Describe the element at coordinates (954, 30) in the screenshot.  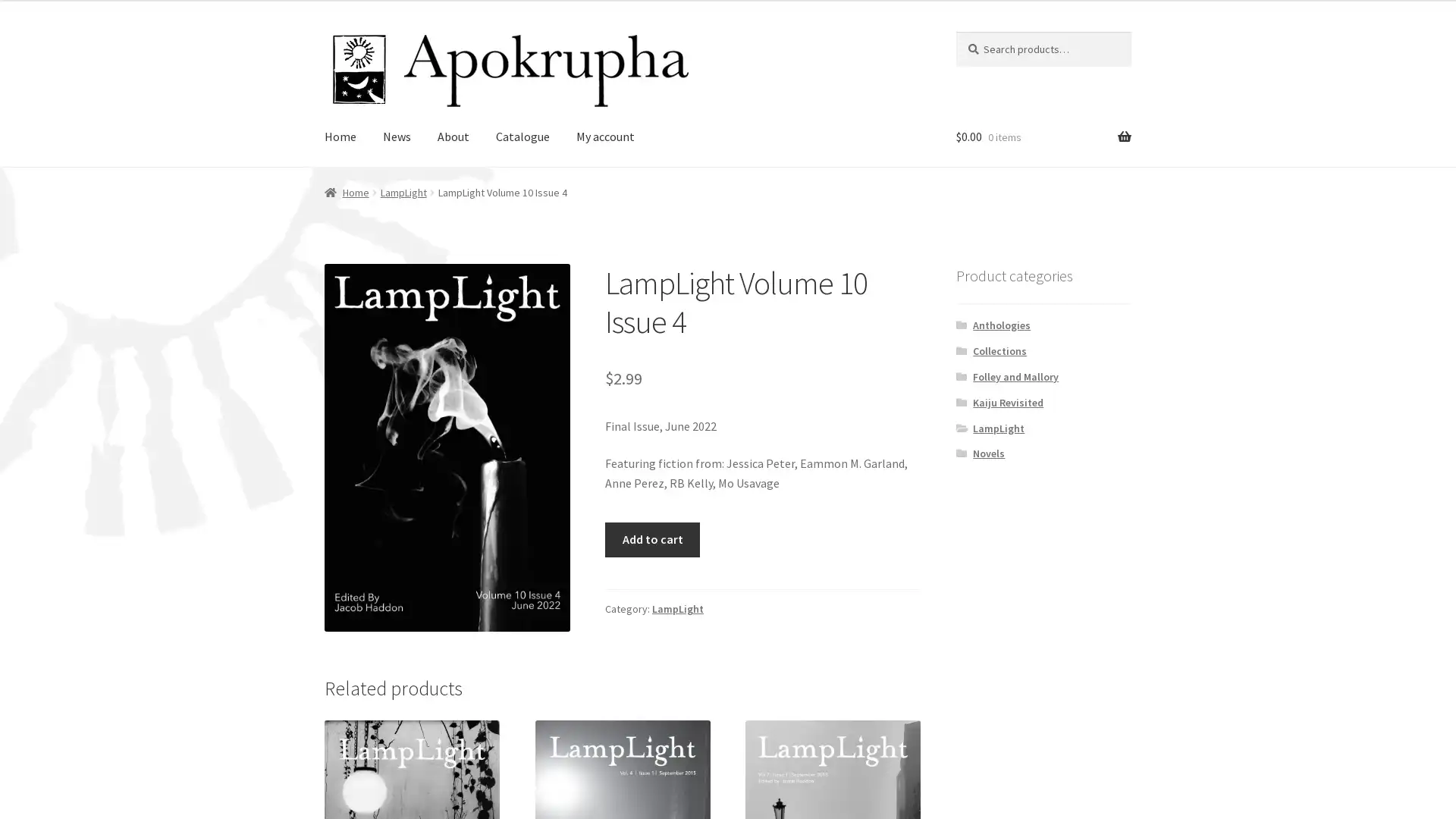
I see `Search` at that location.